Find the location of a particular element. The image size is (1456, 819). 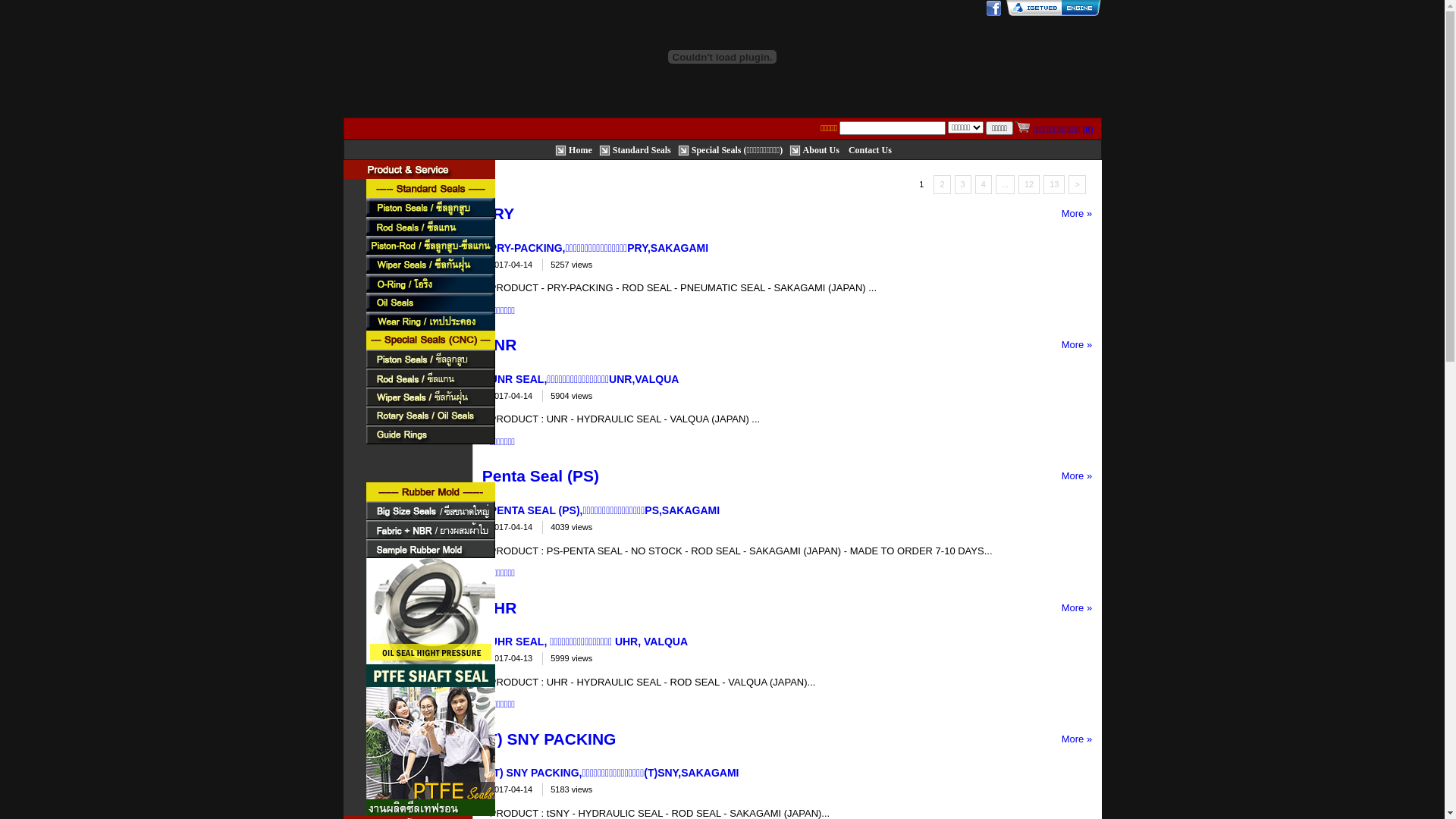

'12' is located at coordinates (1029, 184).